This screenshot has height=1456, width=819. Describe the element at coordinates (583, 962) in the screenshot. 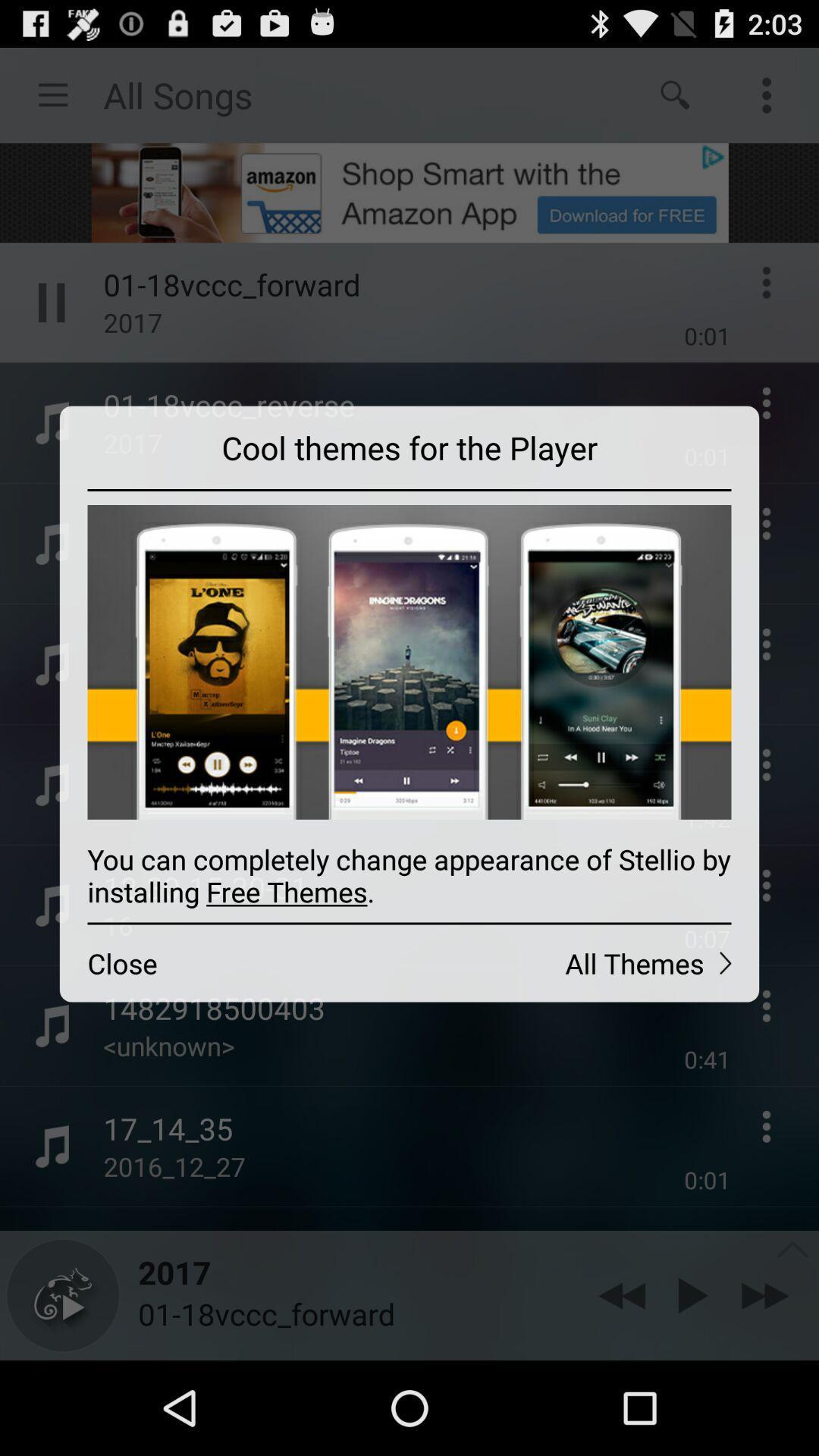

I see `the icon to the right of close icon` at that location.